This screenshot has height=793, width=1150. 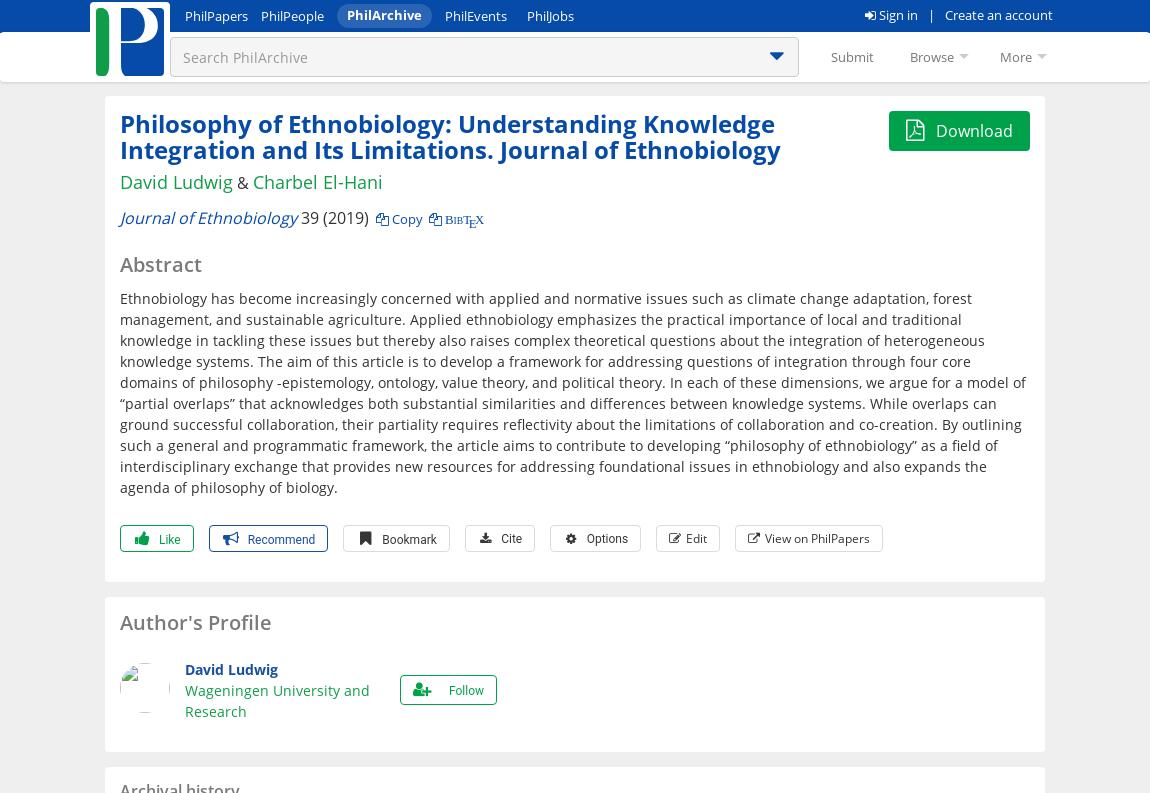 I want to click on 'More', so click(x=1016, y=57).